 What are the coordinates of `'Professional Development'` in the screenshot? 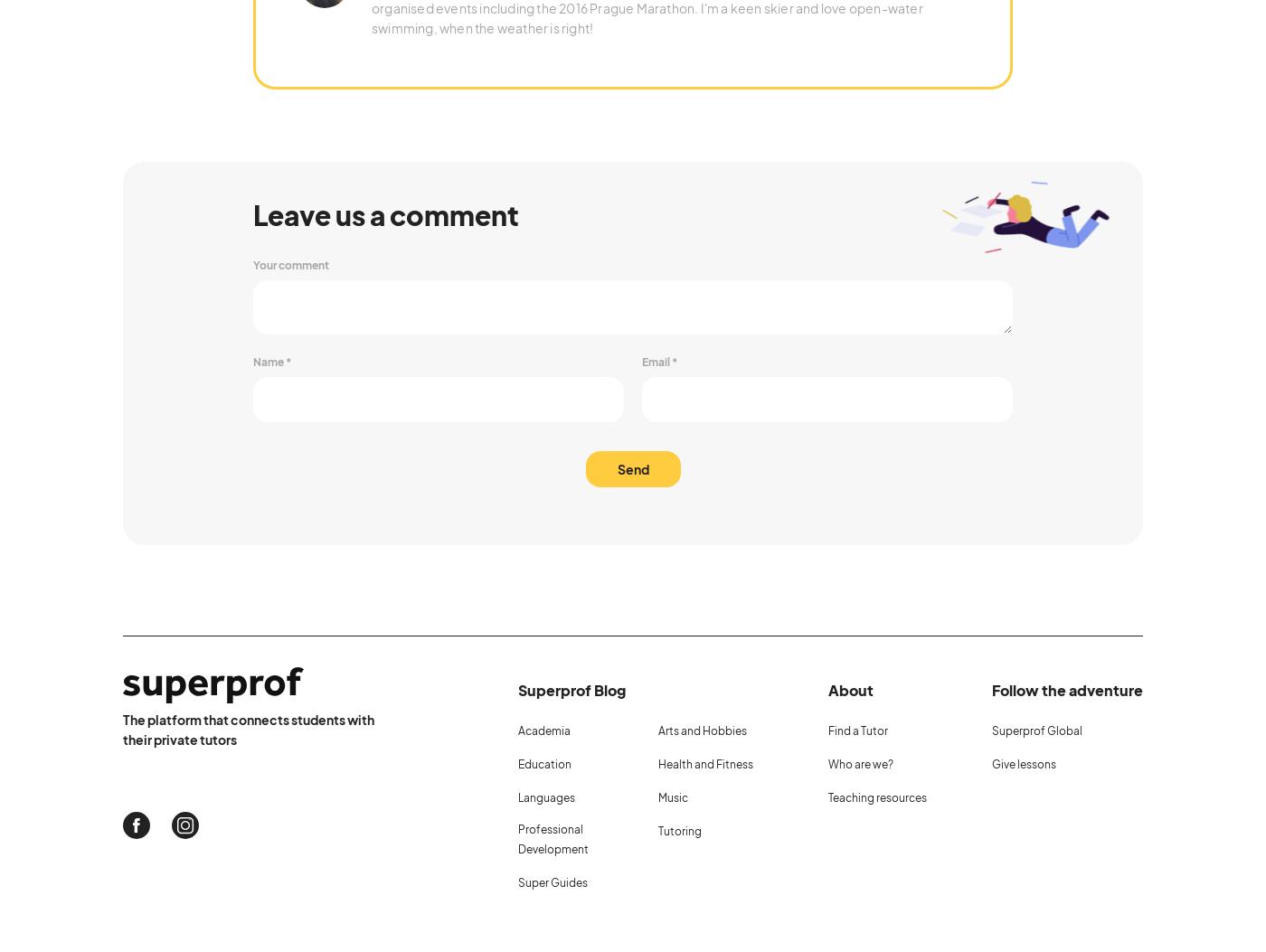 It's located at (552, 837).